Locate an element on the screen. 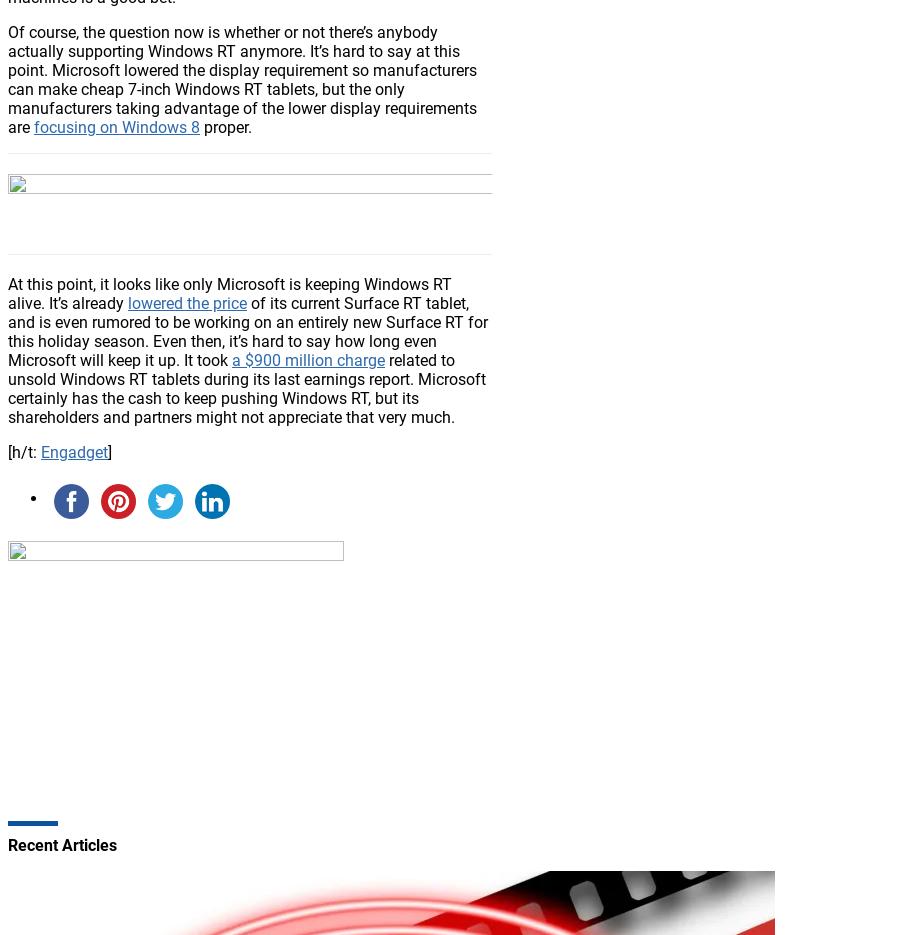 The image size is (914, 935). 'SharingEconomyTrends' is located at coordinates (173, 579).